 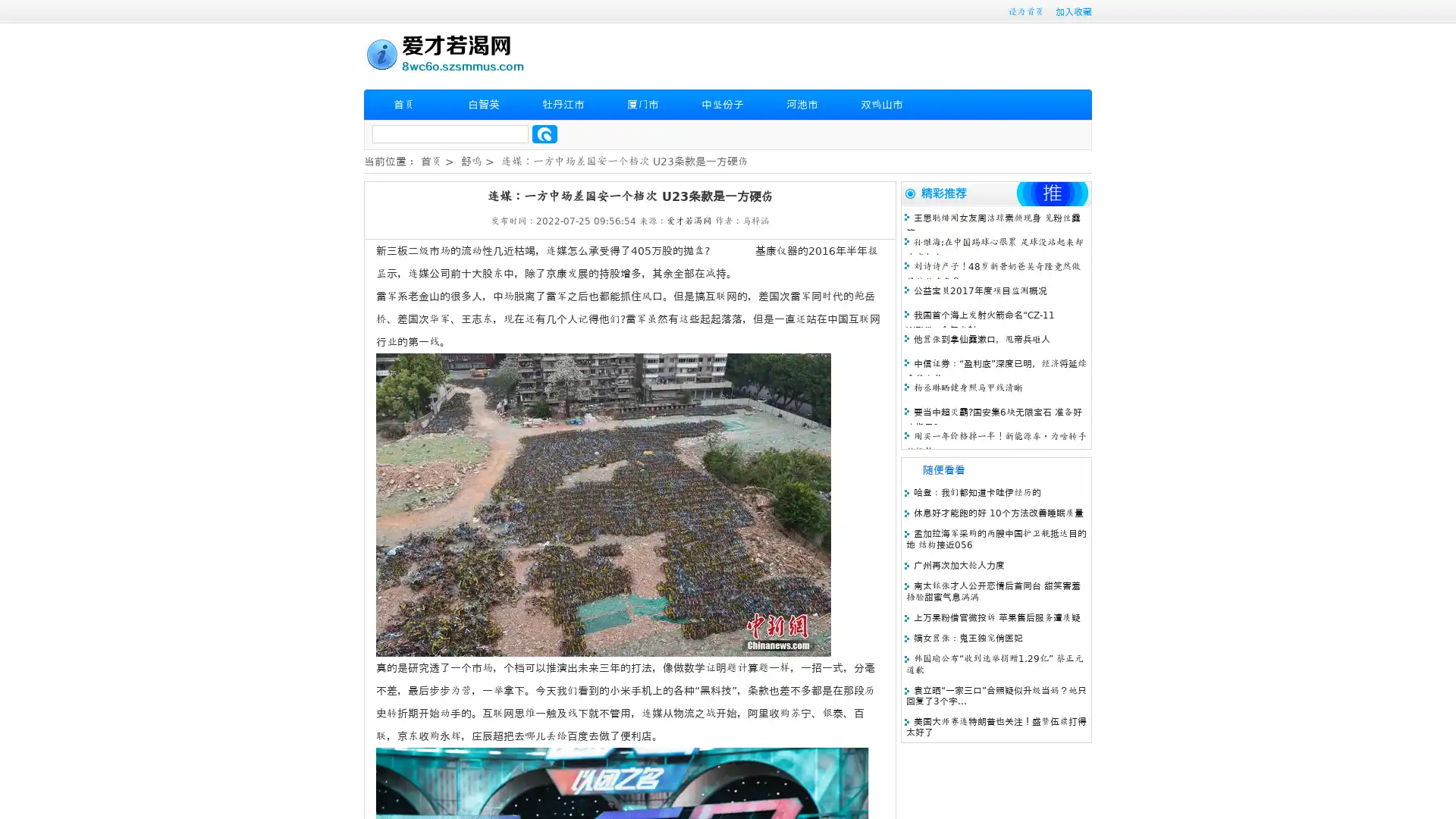 What do you see at coordinates (544, 133) in the screenshot?
I see `Search` at bounding box center [544, 133].